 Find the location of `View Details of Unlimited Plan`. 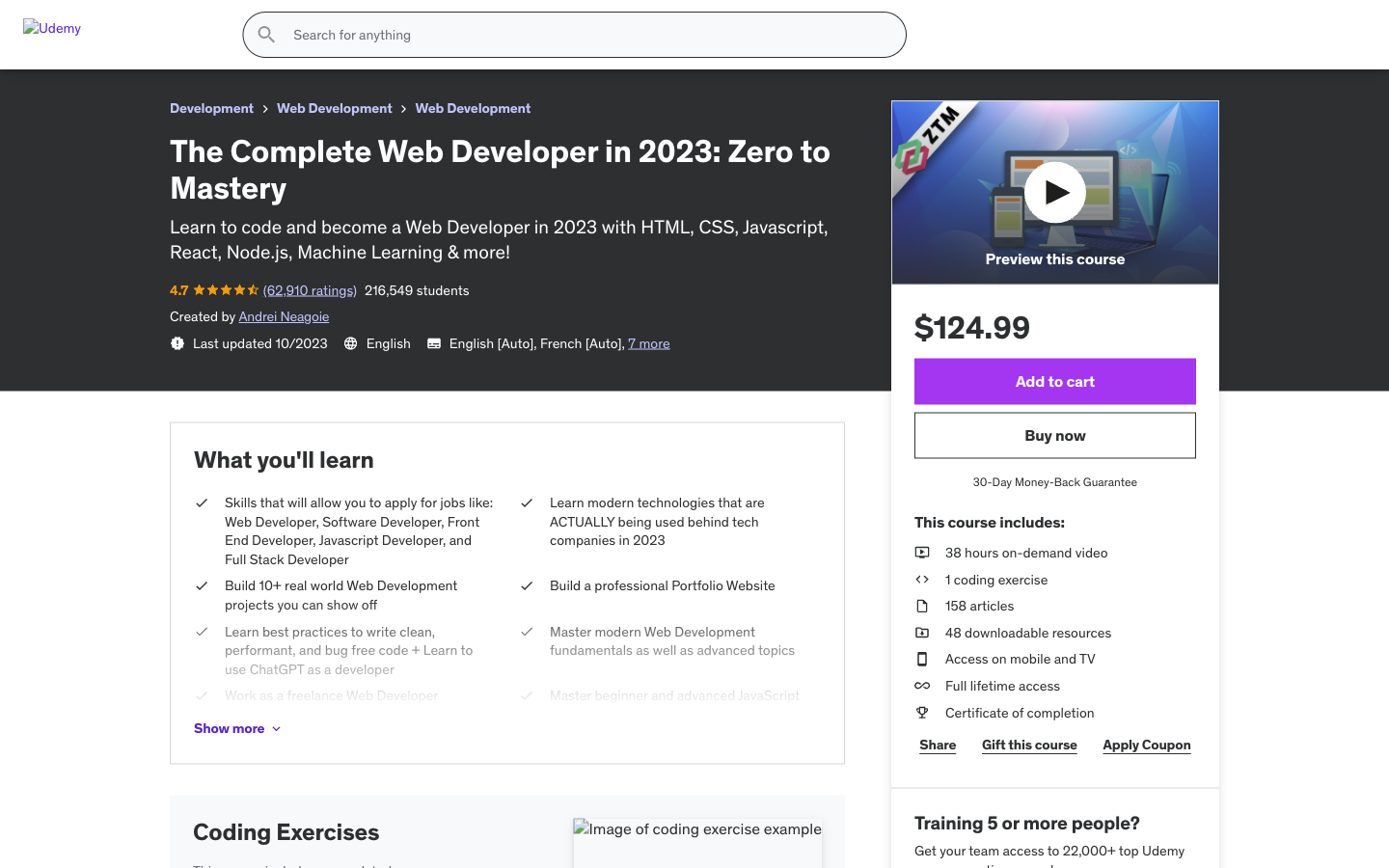

View Details of Unlimited Plan is located at coordinates (1157, 547).